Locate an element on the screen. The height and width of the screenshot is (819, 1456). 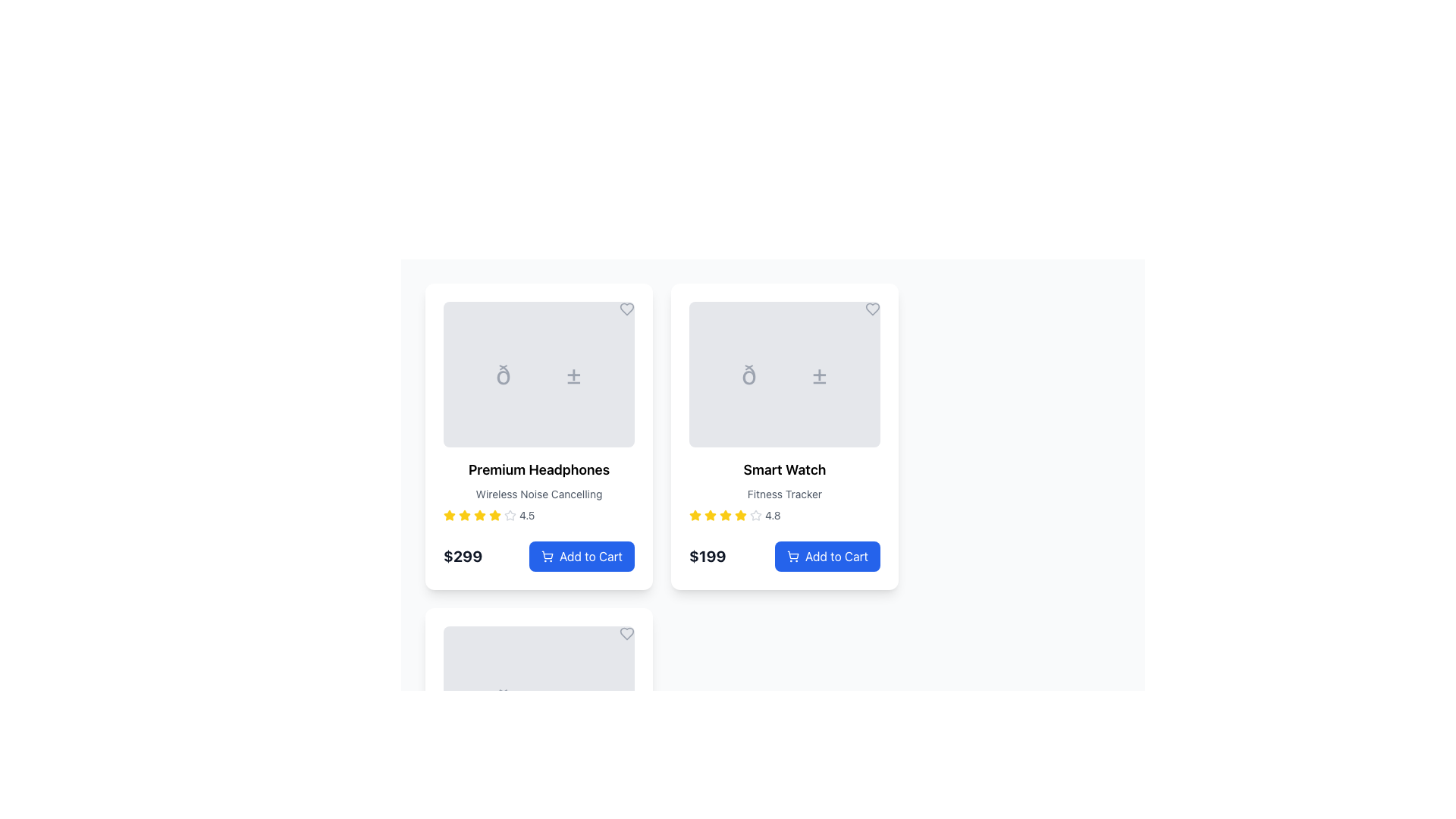
the heart icon in the top-right corner of the bottom-left card to mark the associated item as a favorite is located at coordinates (626, 634).